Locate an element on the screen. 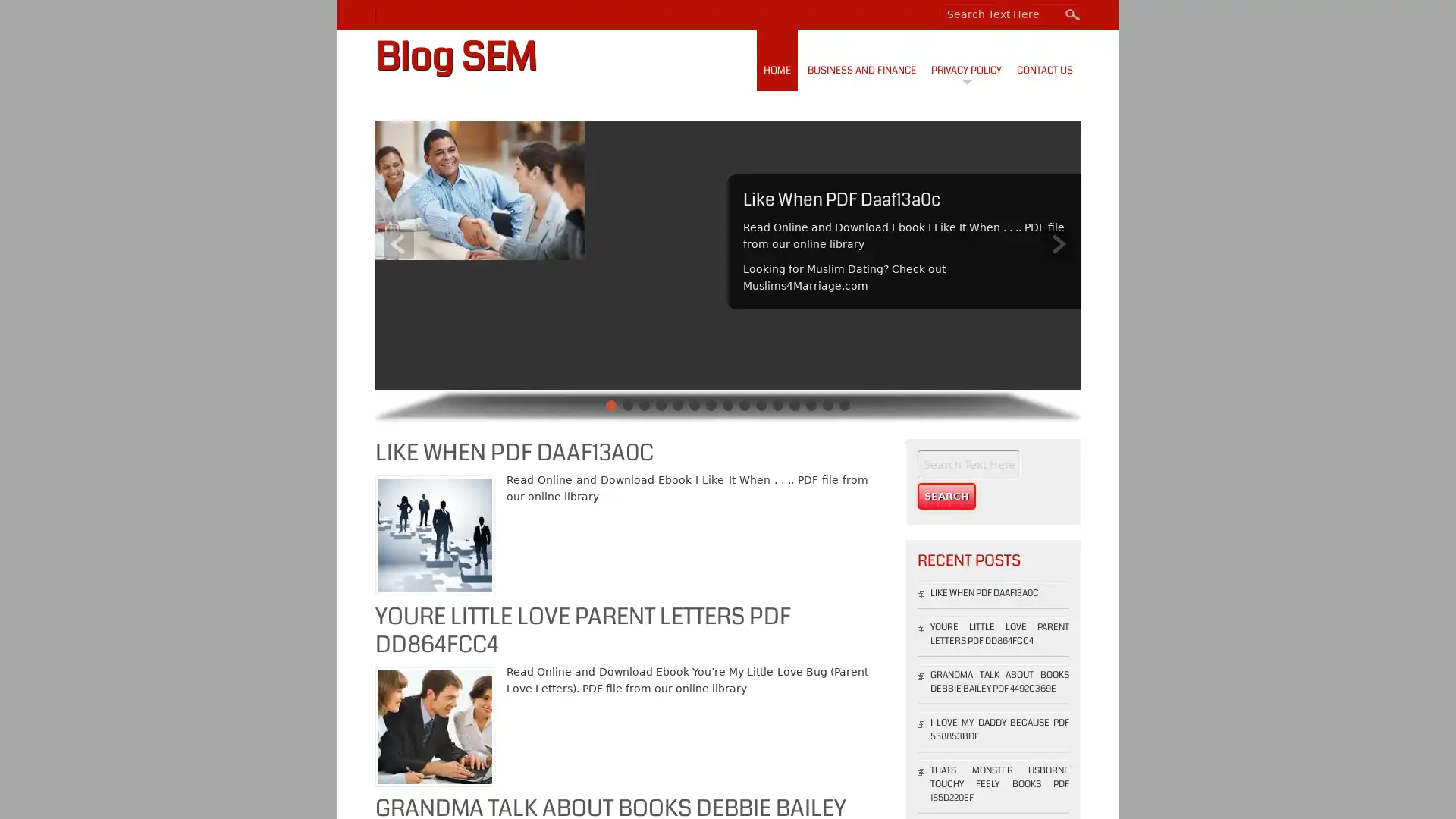 The width and height of the screenshot is (1456, 819). Search is located at coordinates (946, 496).